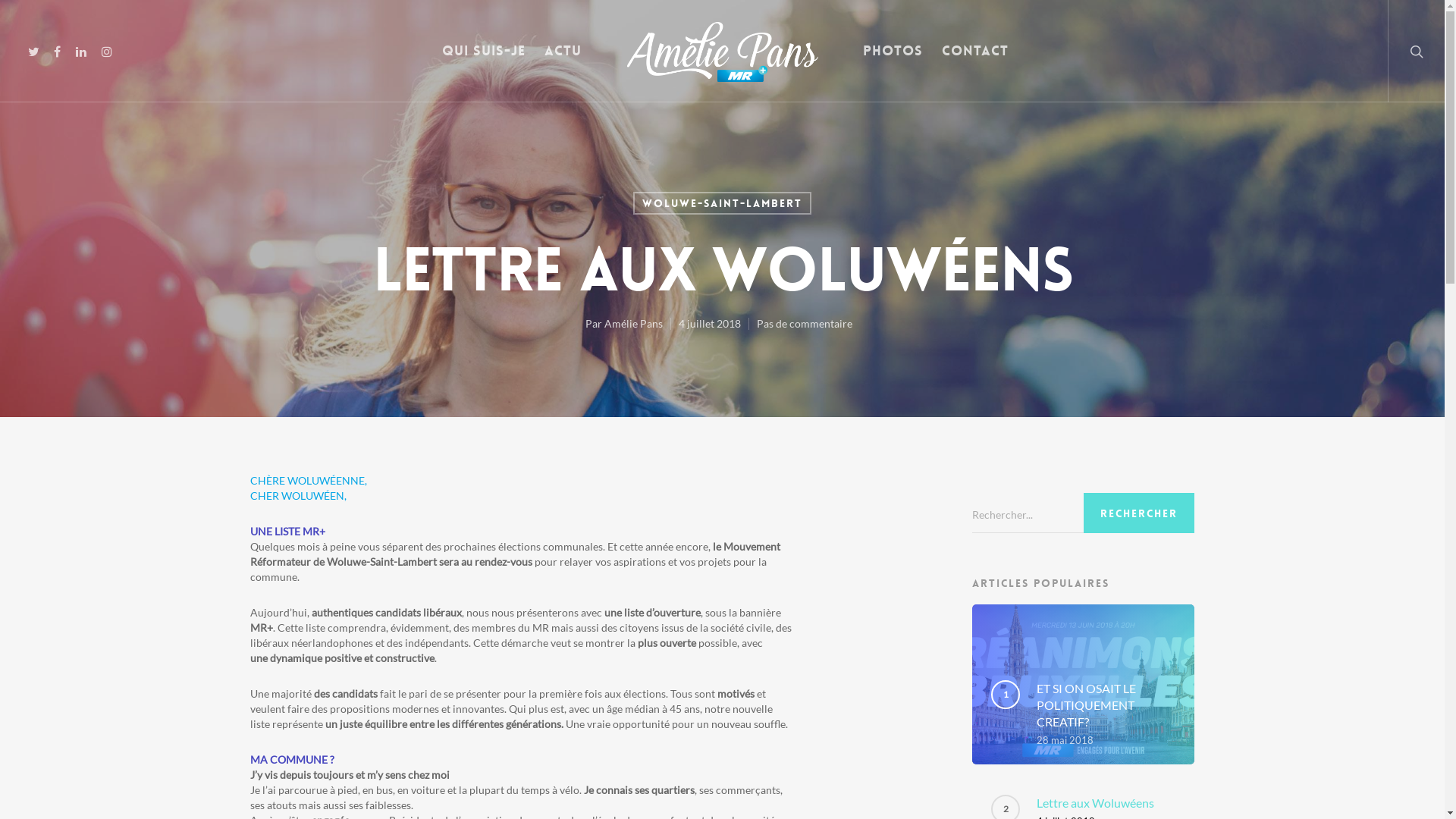 Image resolution: width=1456 pixels, height=819 pixels. I want to click on 'Contact', so click(975, 61).